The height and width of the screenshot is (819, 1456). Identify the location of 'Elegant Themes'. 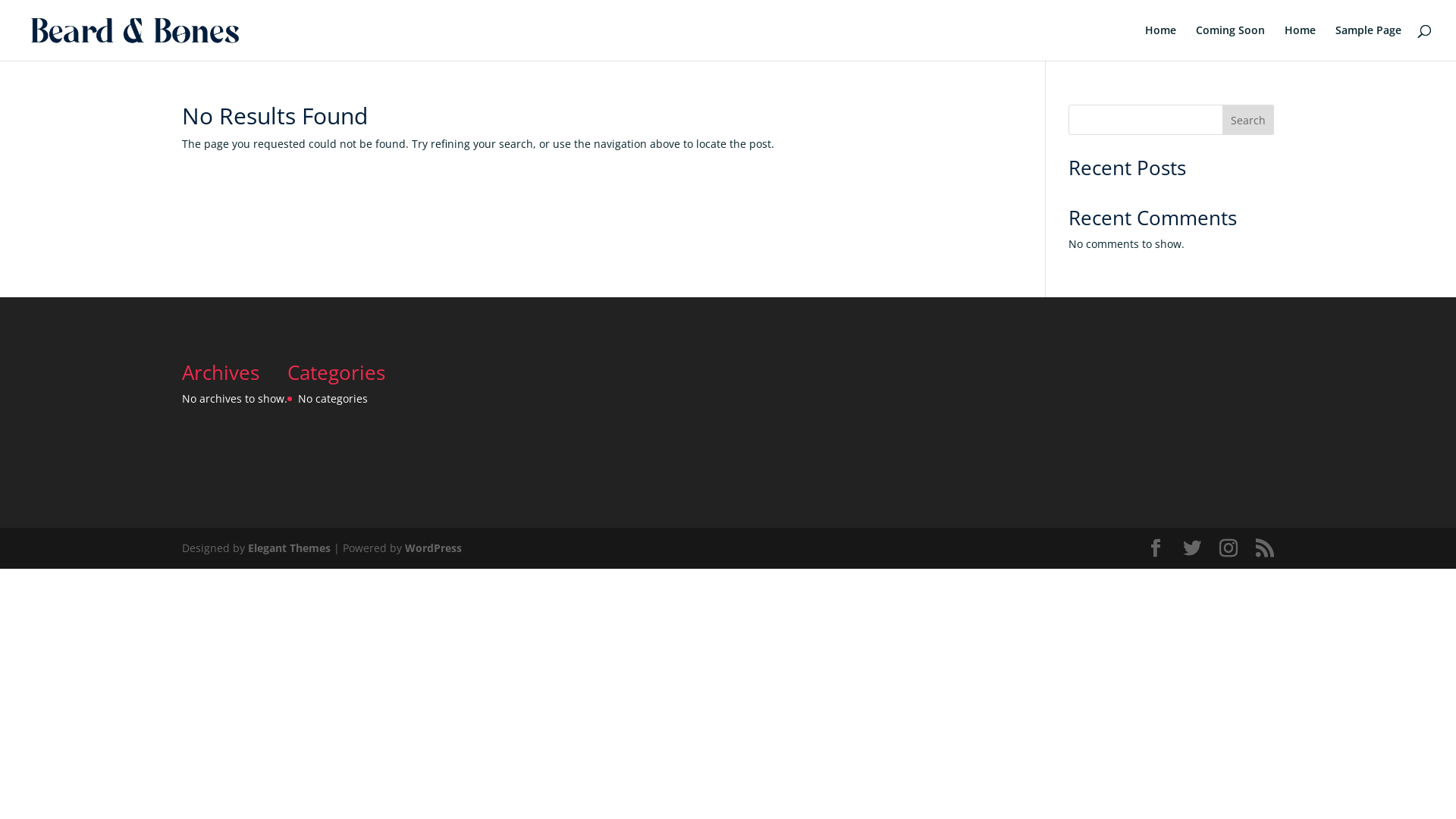
(289, 548).